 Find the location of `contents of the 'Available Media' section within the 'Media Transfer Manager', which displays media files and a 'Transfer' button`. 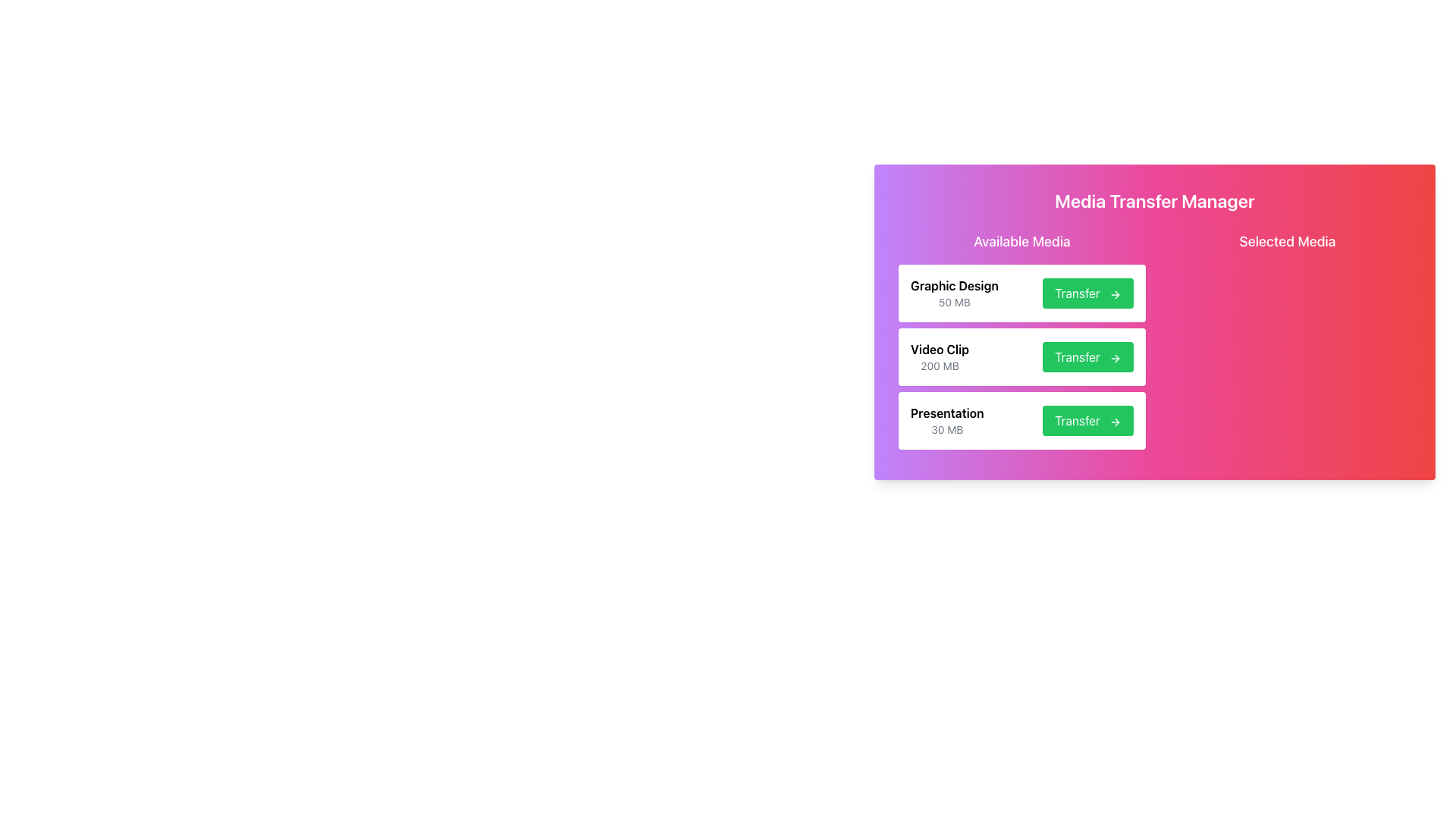

contents of the 'Available Media' section within the 'Media Transfer Manager', which displays media files and a 'Transfer' button is located at coordinates (1153, 343).